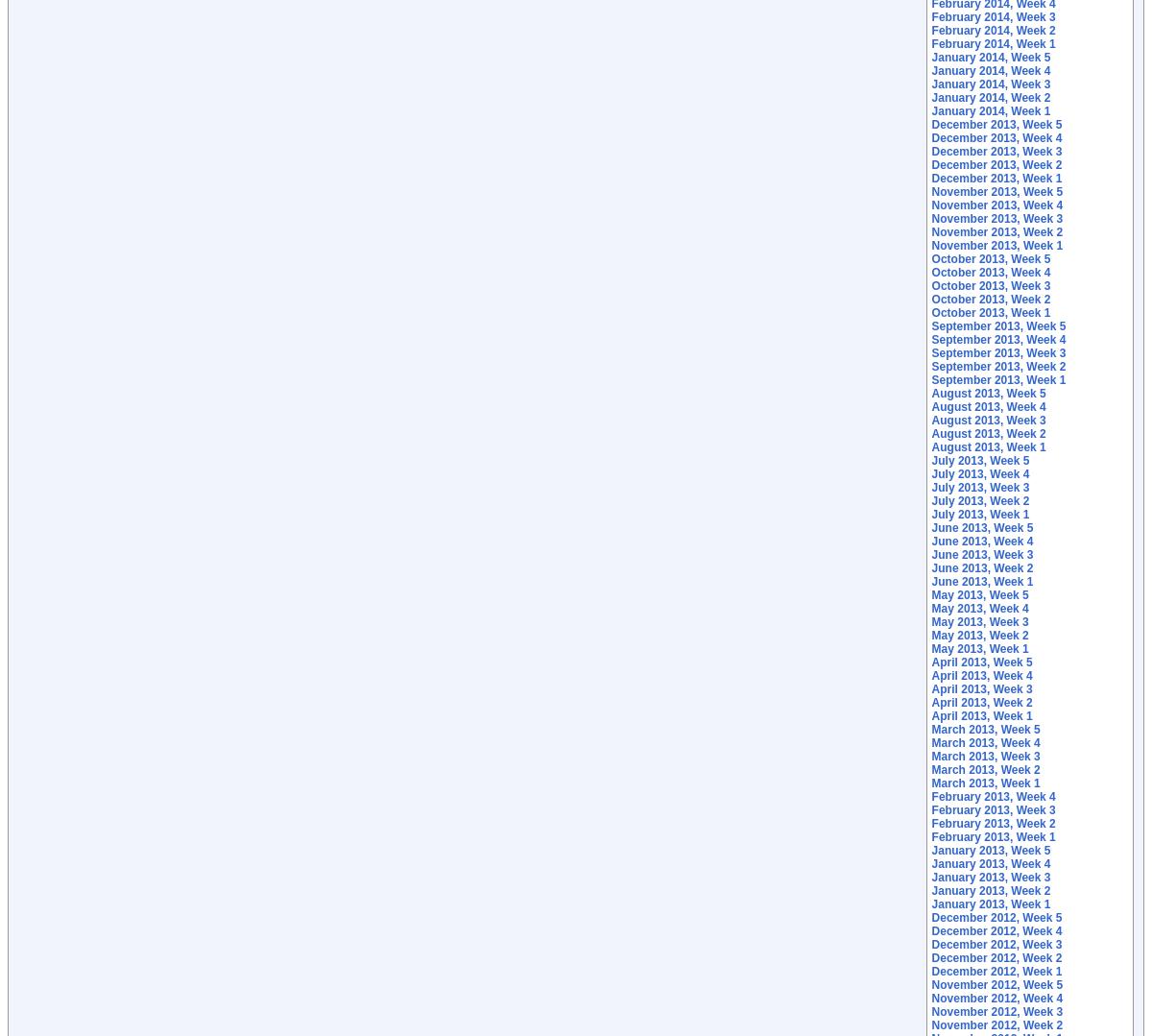  I want to click on 'January 2014, Week 1', so click(991, 110).